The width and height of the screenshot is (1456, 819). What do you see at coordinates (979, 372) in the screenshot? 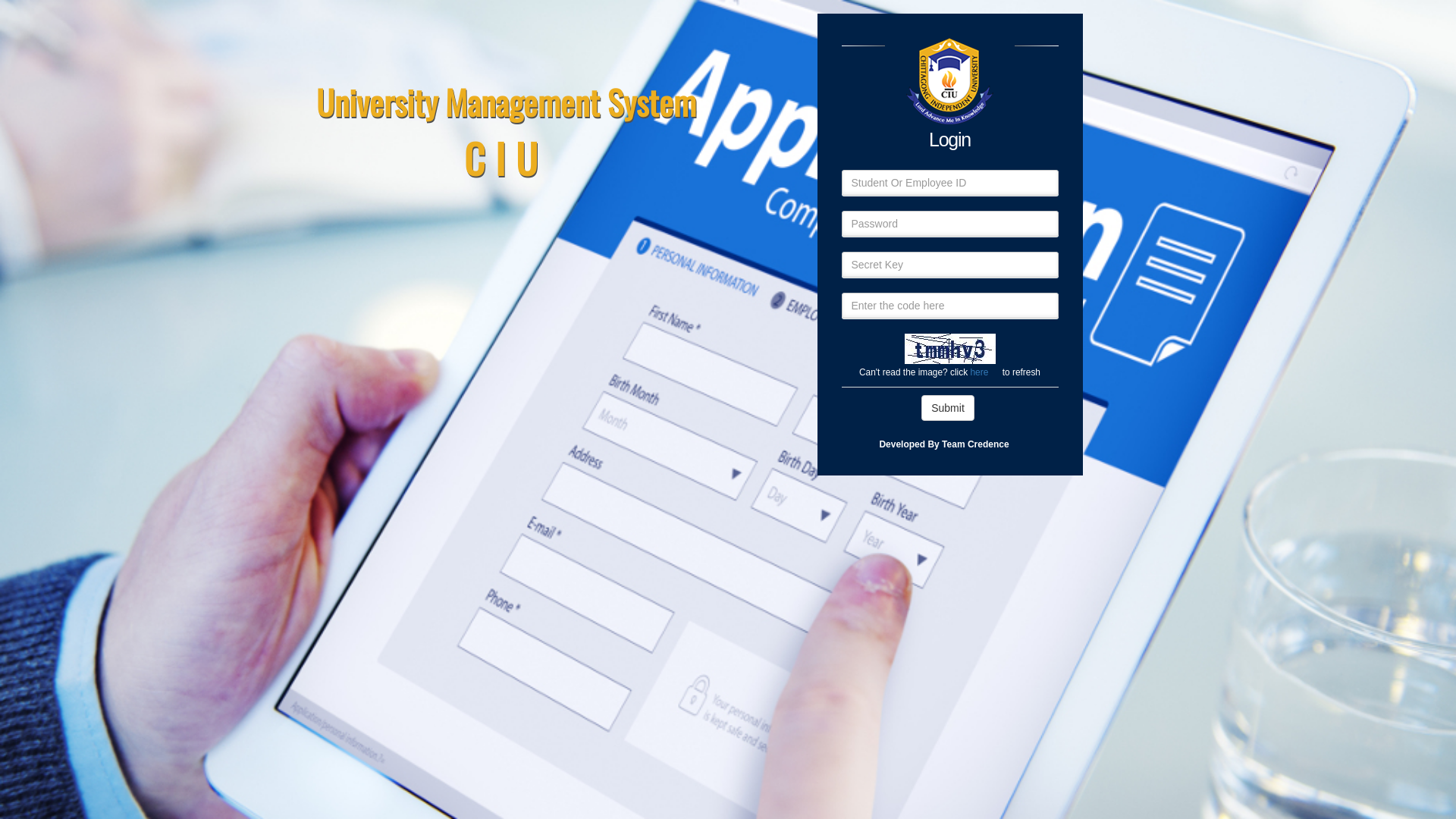
I see `'here'` at bounding box center [979, 372].